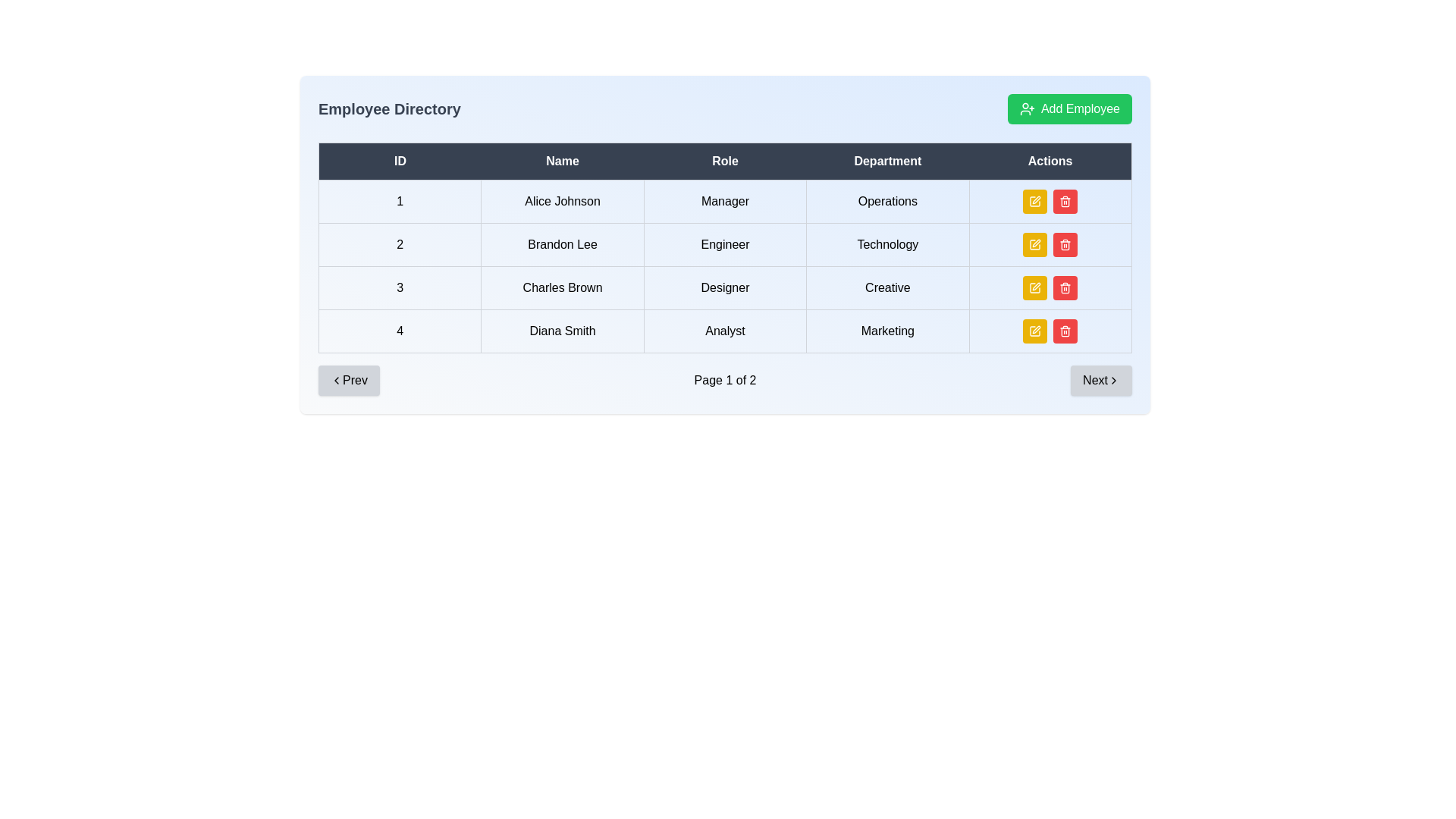  What do you see at coordinates (336, 379) in the screenshot?
I see `the leftward-pointing chevron icon located inside the 'Prev' button at the bottom left of the interface to interact with the button` at bounding box center [336, 379].